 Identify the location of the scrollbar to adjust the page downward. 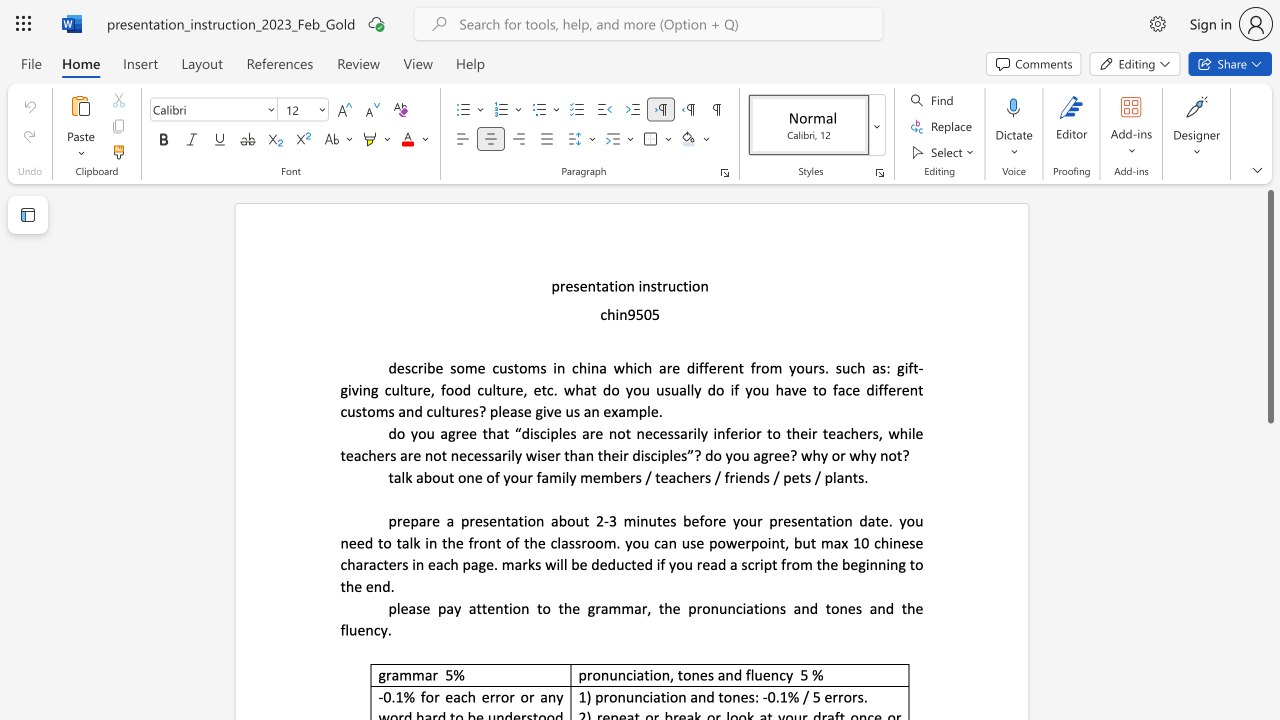
(1269, 560).